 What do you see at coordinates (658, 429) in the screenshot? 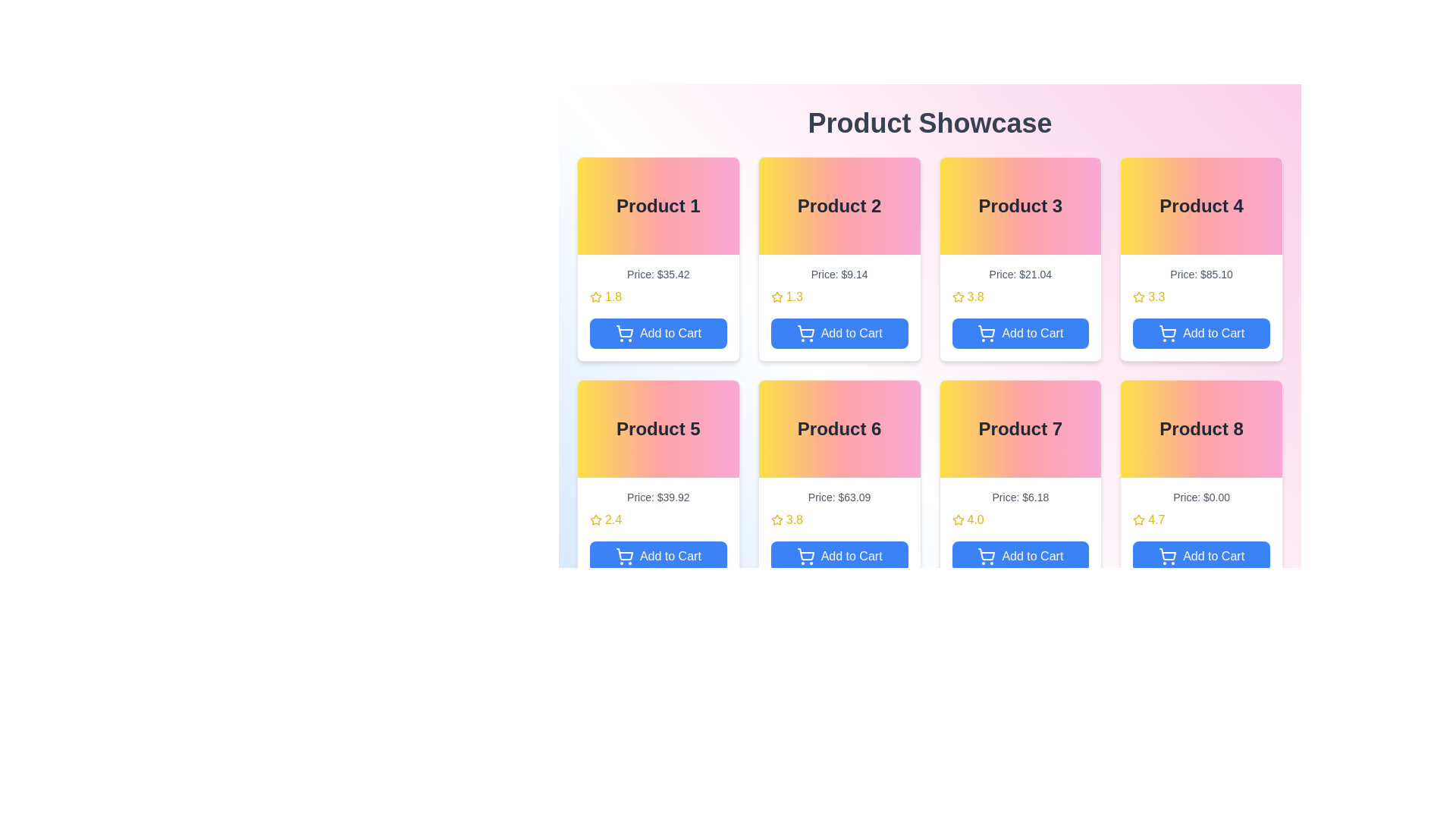
I see `the text label reading 'Product 5', which is styled with a bold font and large size, located in the center of the second row, first column of the product grid` at bounding box center [658, 429].